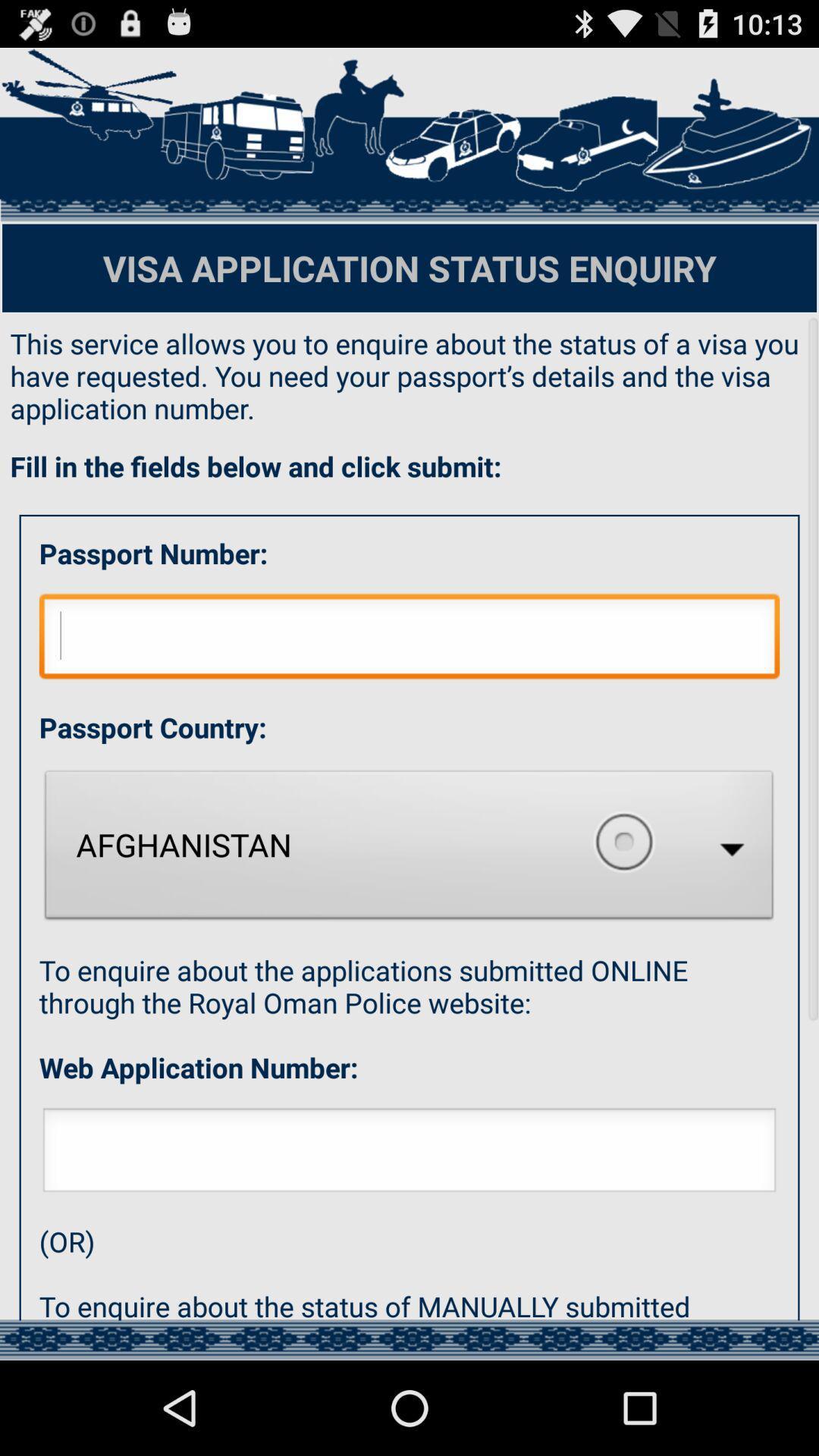  I want to click on the text field below passport number, so click(409, 640).